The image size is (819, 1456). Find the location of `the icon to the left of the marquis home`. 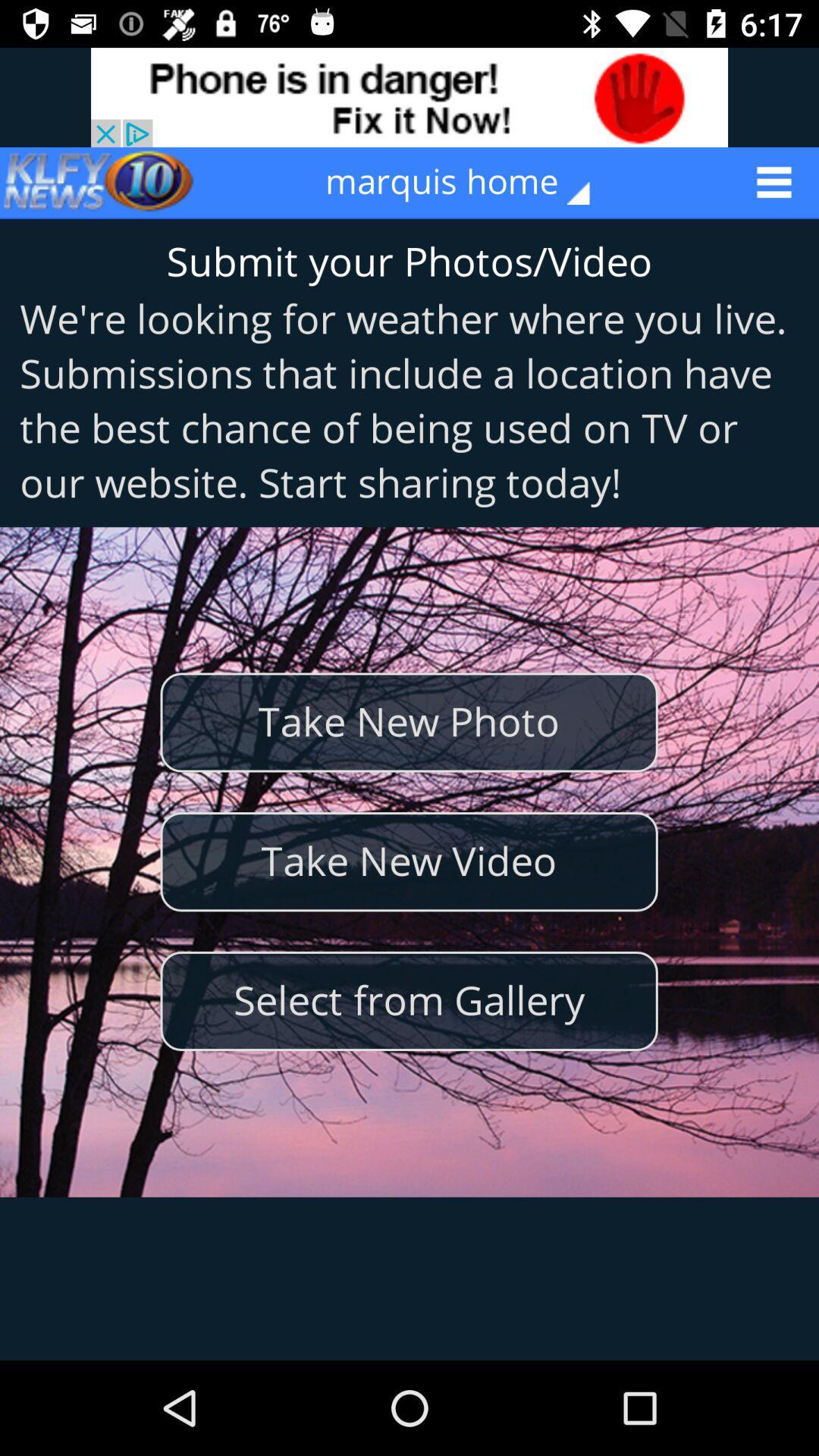

the icon to the left of the marquis home is located at coordinates (99, 182).